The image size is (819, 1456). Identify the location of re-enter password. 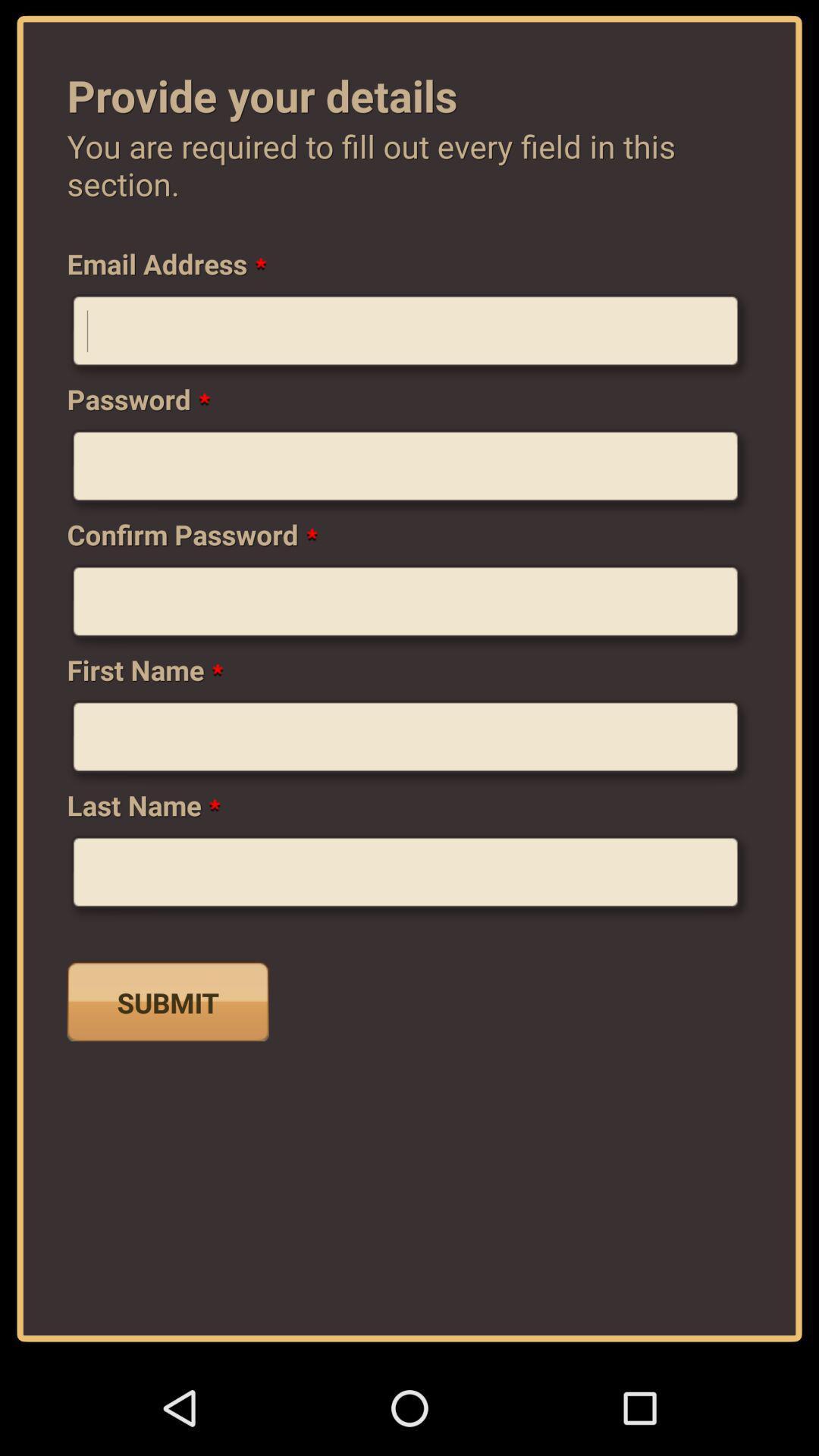
(409, 607).